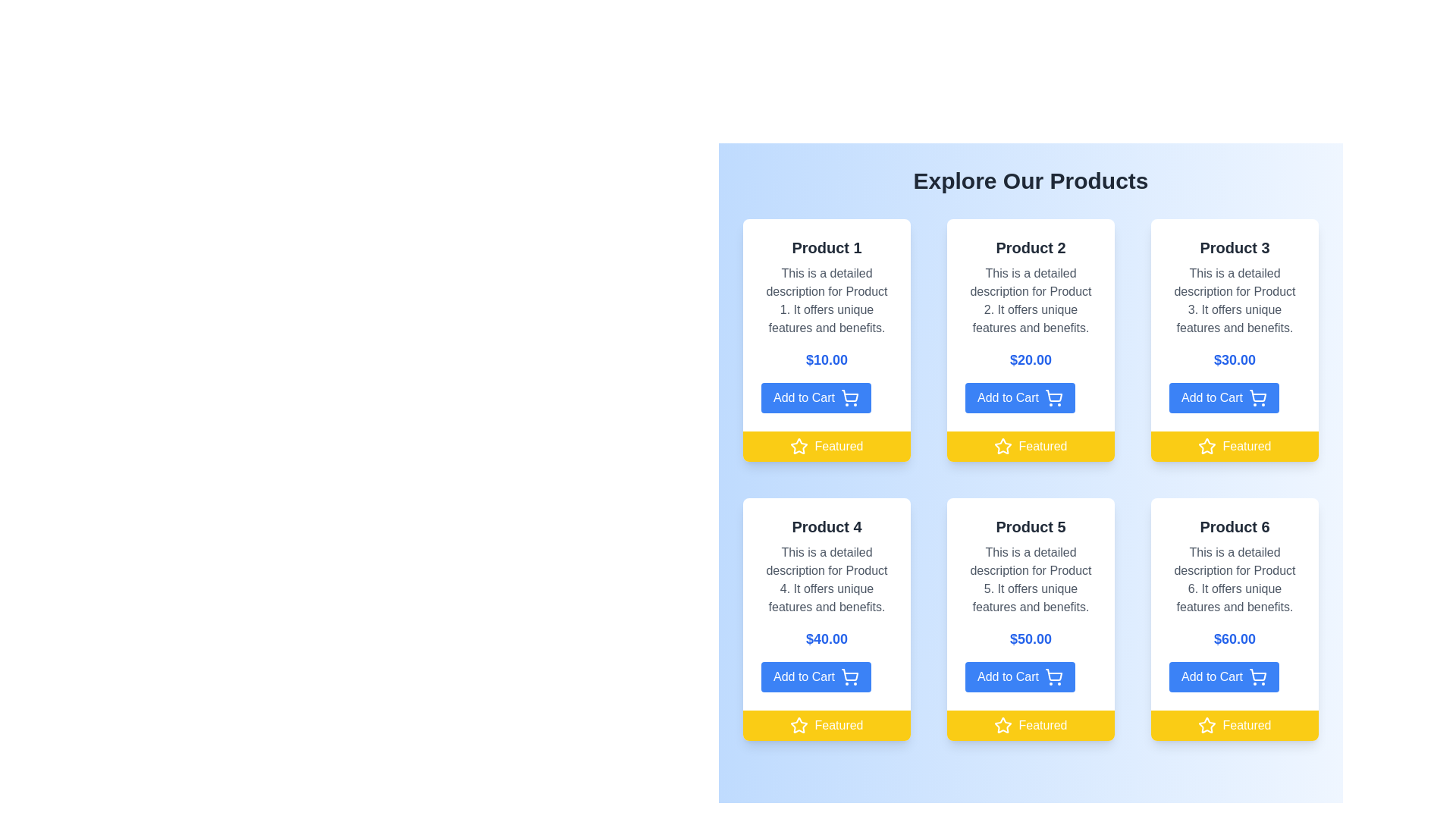 The image size is (1456, 819). What do you see at coordinates (1053, 397) in the screenshot?
I see `the cart icon within the 'Add to Cart' button located in the second product card labeled 'Product 2' in the second column of the top row of the grid layout` at bounding box center [1053, 397].